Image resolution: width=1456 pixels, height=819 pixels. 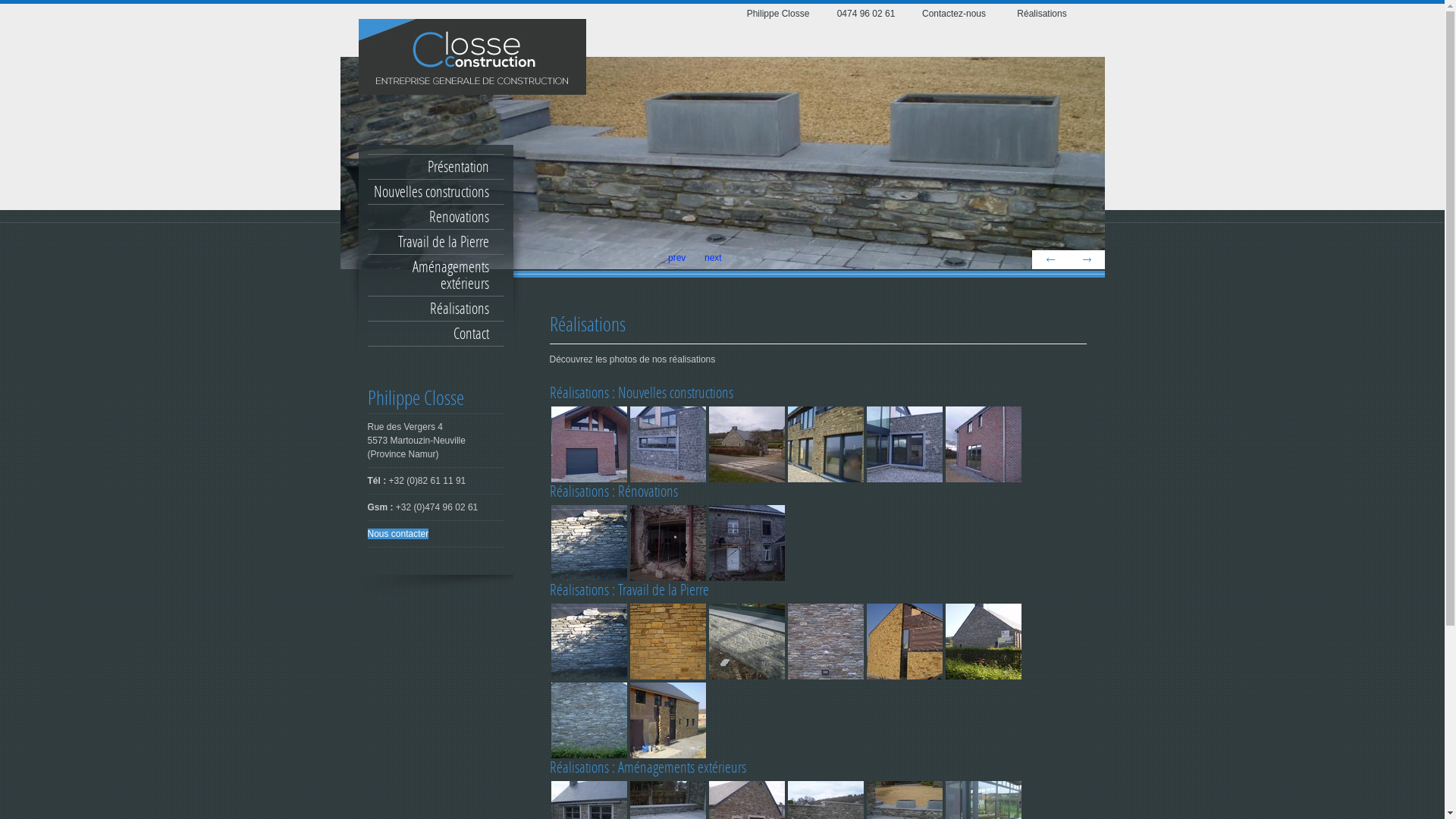 I want to click on 'OLYMPUS DIGITAL CAMERA         ', so click(x=745, y=641).